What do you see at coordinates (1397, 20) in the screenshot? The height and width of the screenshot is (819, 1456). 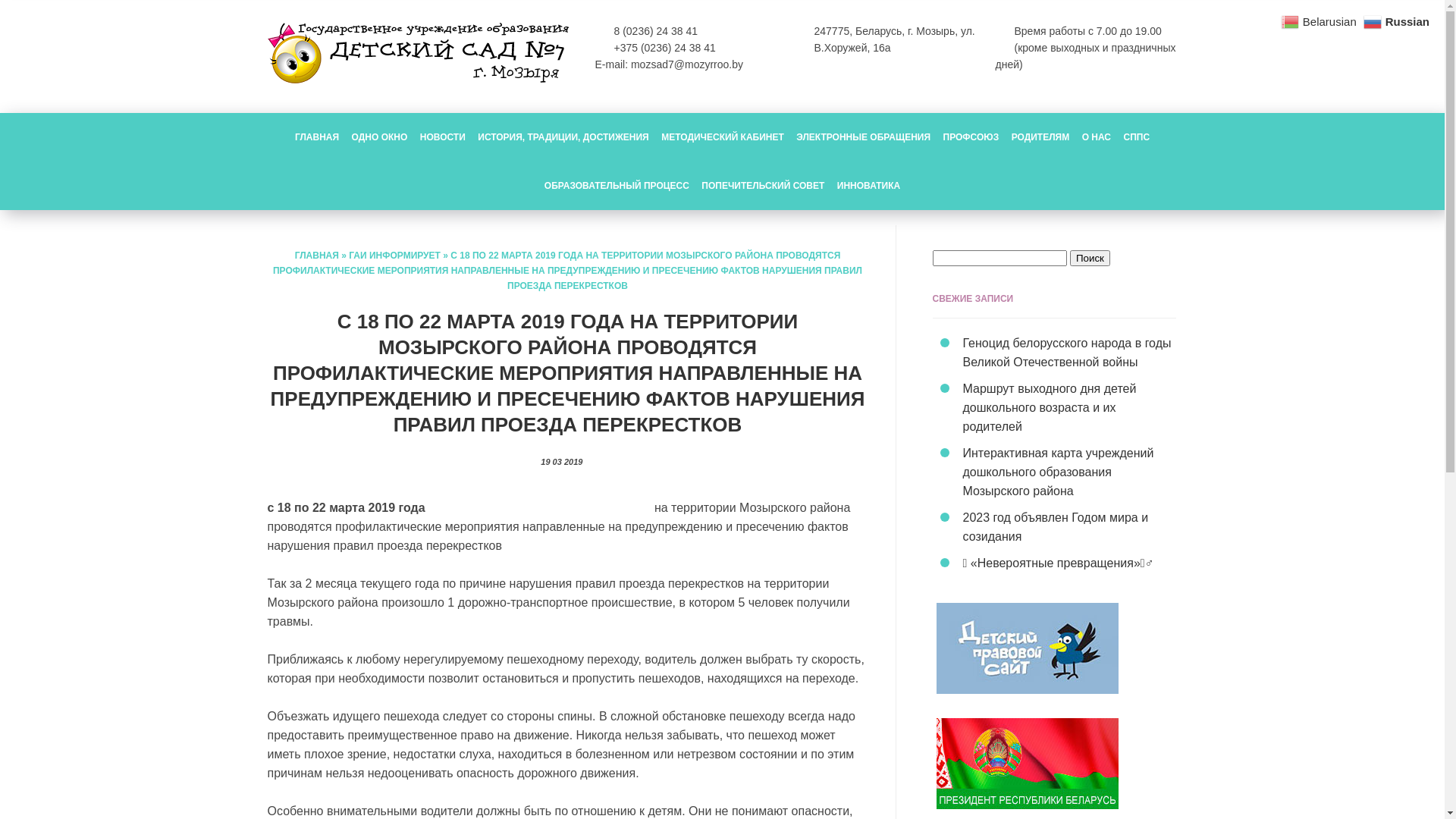 I see `'Russian'` at bounding box center [1397, 20].